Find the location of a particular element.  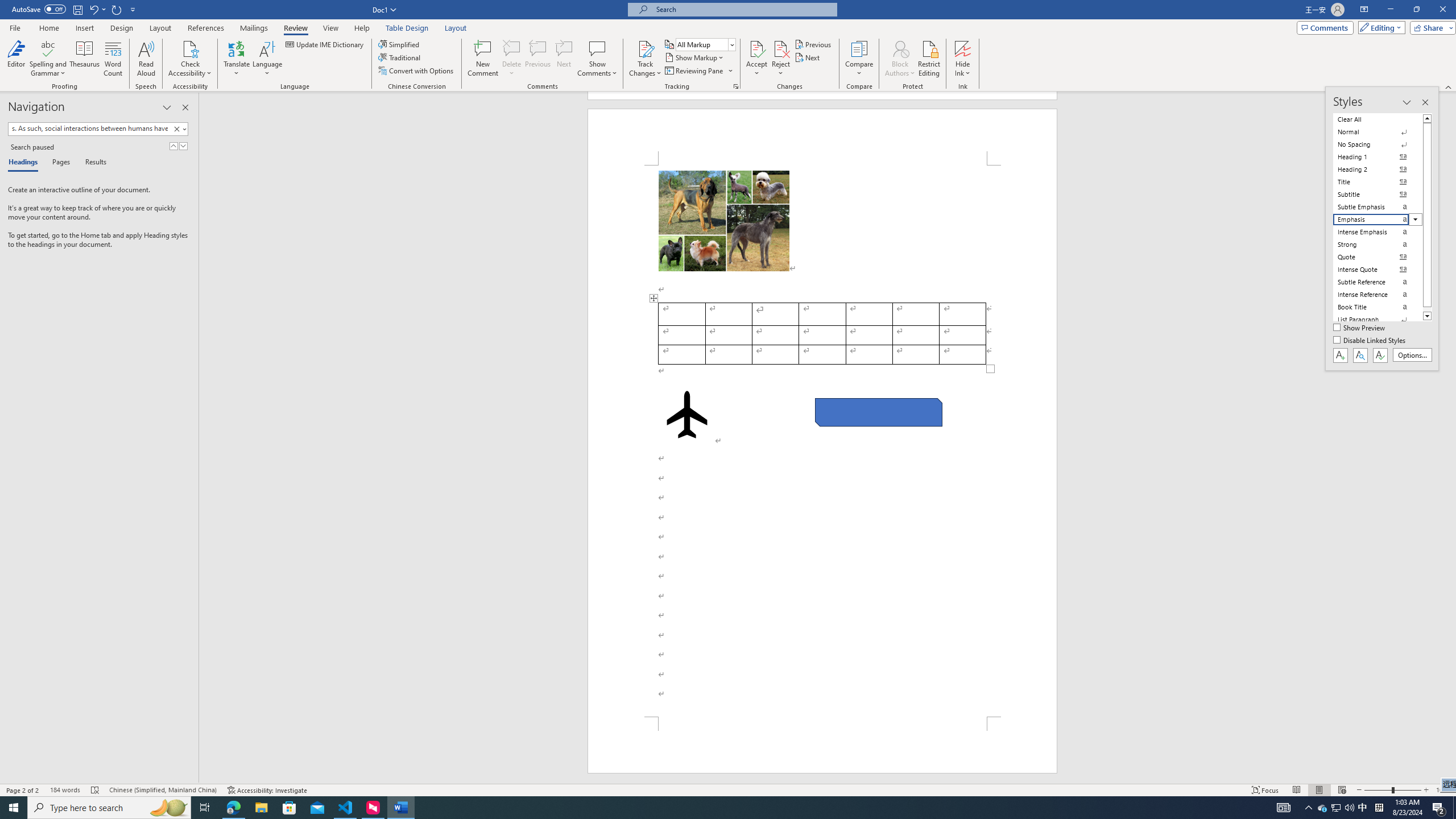

'Airplane with solid fill' is located at coordinates (686, 414).